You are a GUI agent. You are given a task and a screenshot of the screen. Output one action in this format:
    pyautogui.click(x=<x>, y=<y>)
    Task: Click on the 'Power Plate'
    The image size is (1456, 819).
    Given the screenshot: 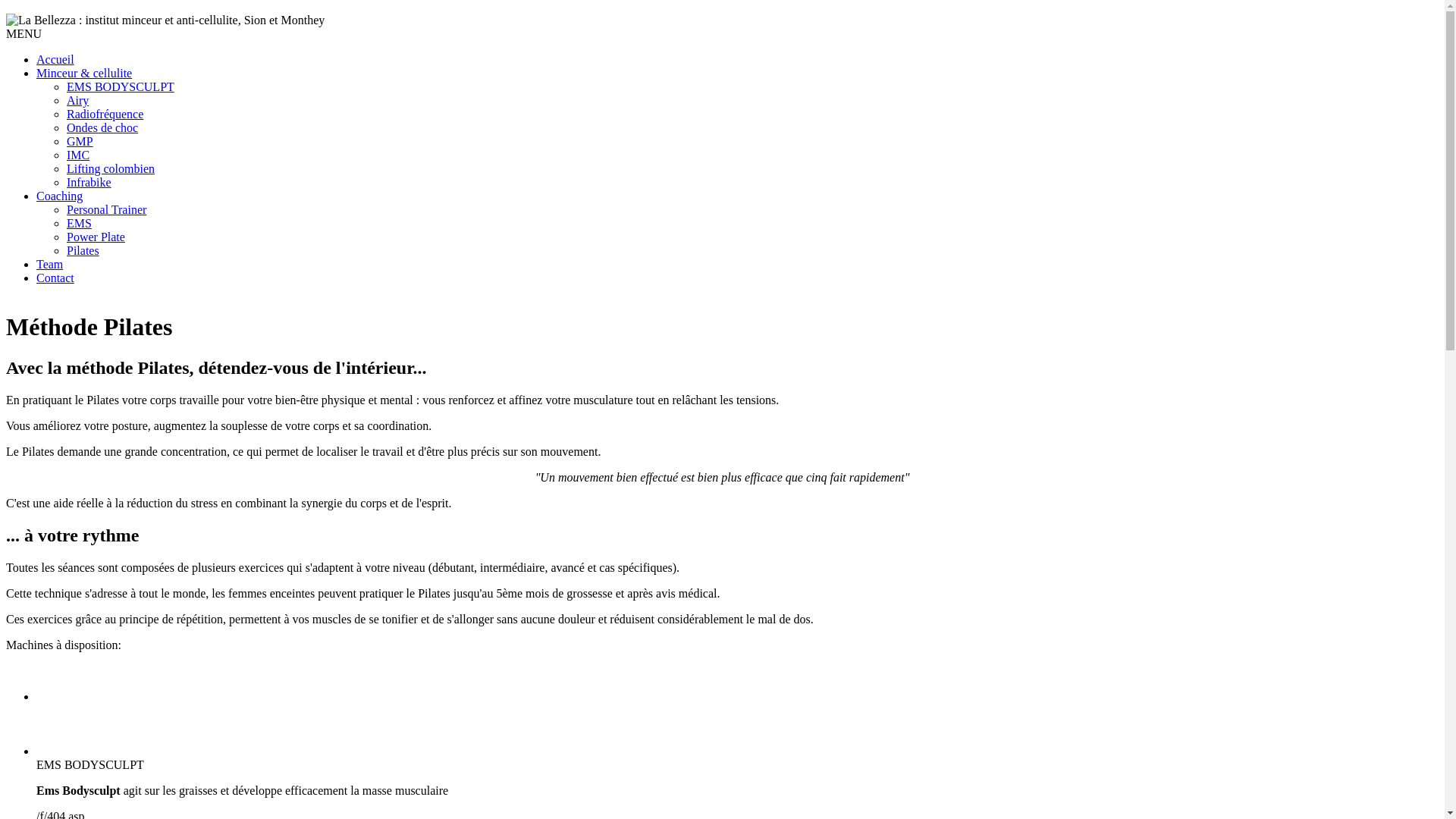 What is the action you would take?
    pyautogui.click(x=95, y=237)
    